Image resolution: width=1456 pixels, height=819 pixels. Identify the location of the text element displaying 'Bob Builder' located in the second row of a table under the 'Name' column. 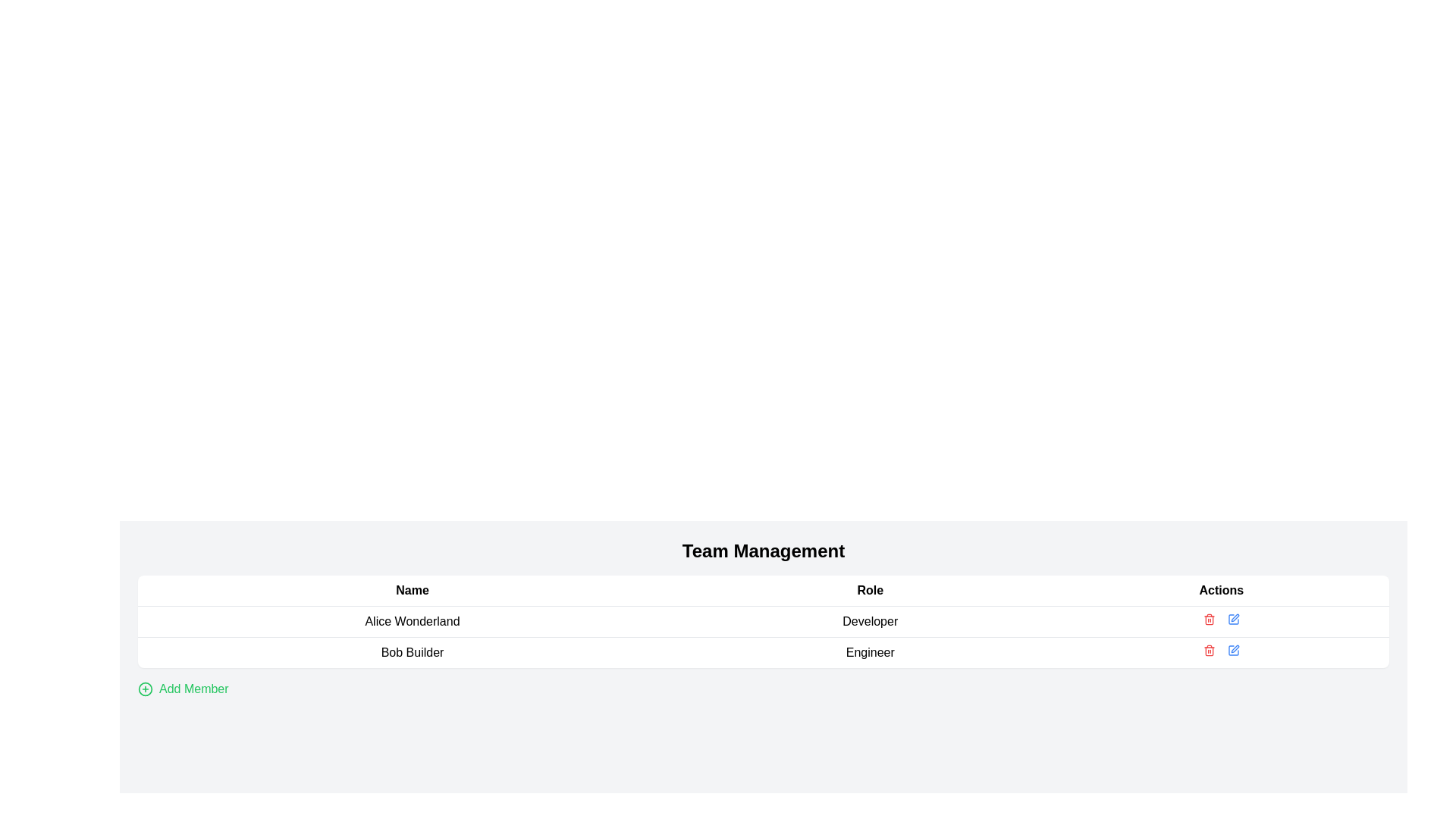
(412, 651).